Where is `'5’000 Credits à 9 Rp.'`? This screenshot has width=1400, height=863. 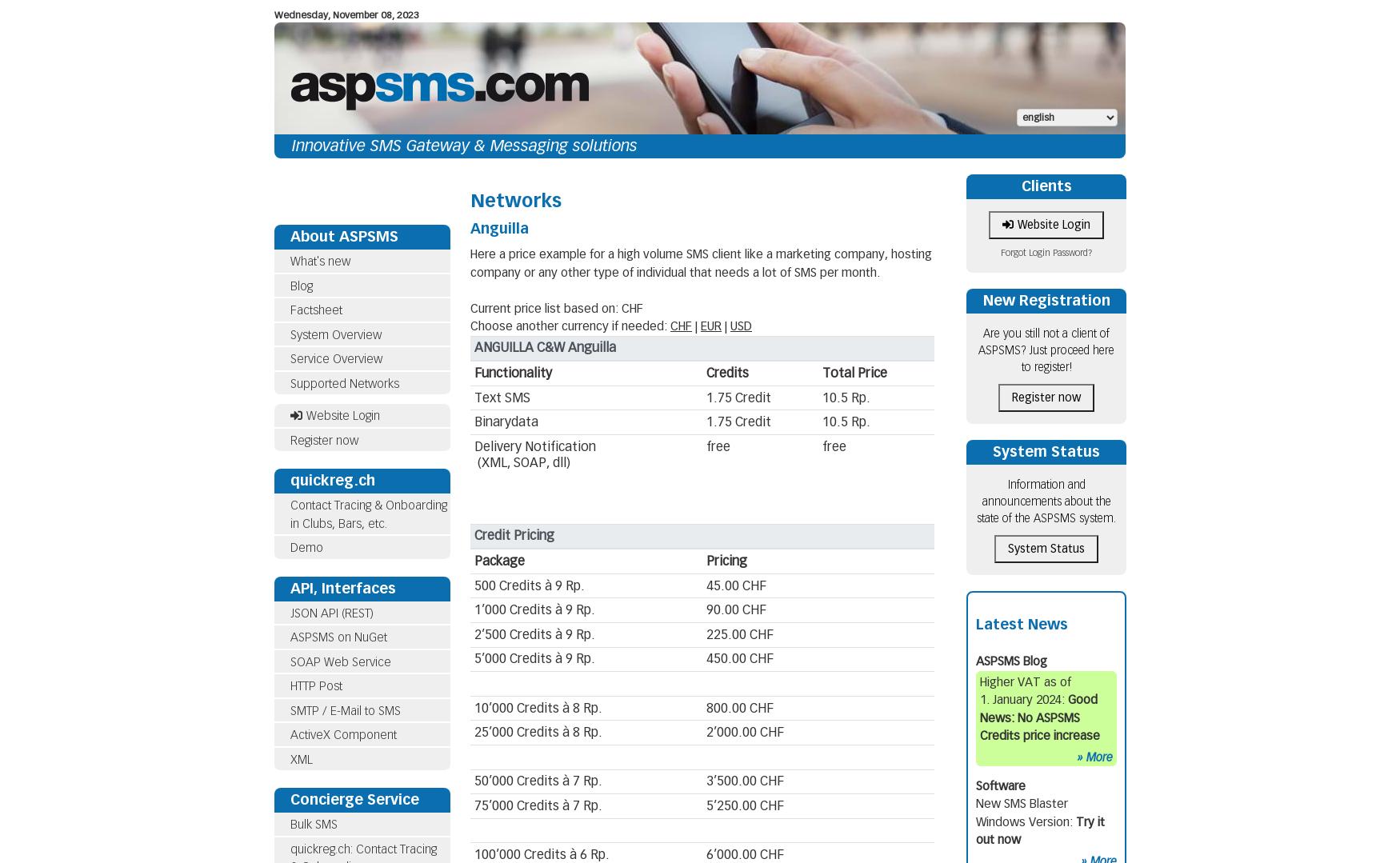 '5’000 Credits à 9 Rp.' is located at coordinates (533, 657).